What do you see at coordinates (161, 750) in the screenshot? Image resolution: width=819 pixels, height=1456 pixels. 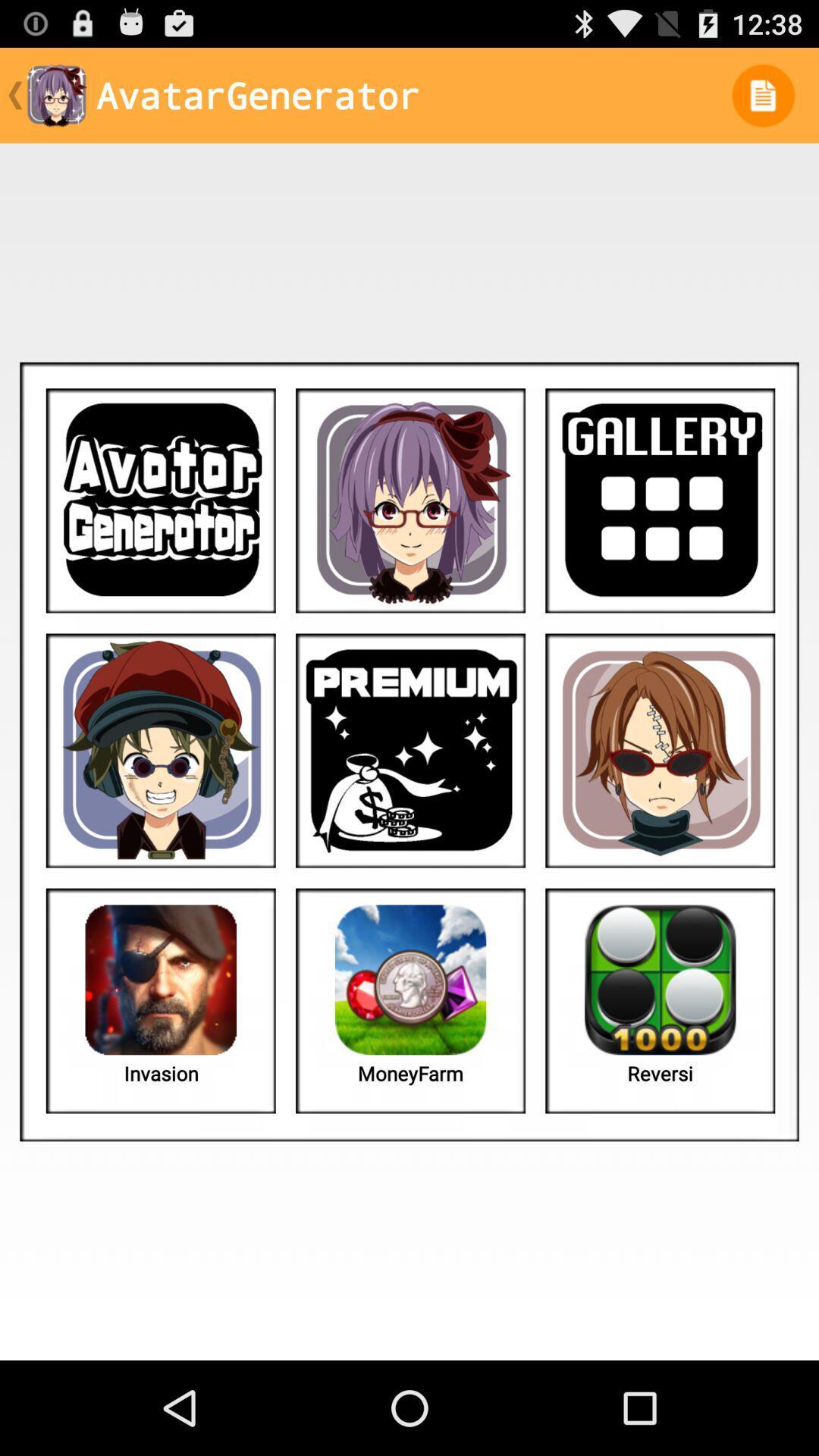 I see `choose an avatar` at bounding box center [161, 750].